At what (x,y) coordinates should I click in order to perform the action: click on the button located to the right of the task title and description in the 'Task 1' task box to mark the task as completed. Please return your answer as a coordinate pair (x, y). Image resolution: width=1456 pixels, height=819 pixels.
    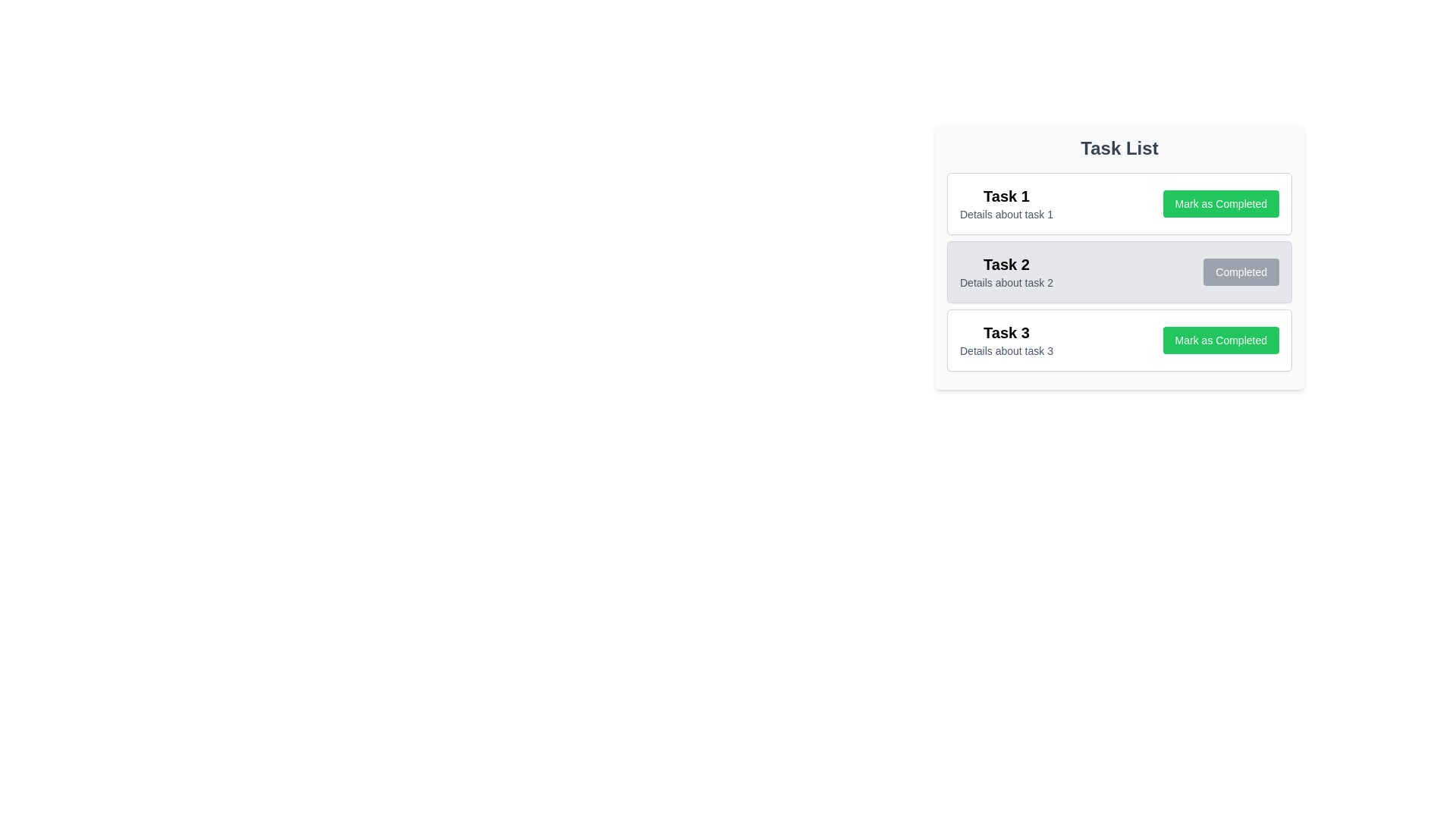
    Looking at the image, I should click on (1220, 203).